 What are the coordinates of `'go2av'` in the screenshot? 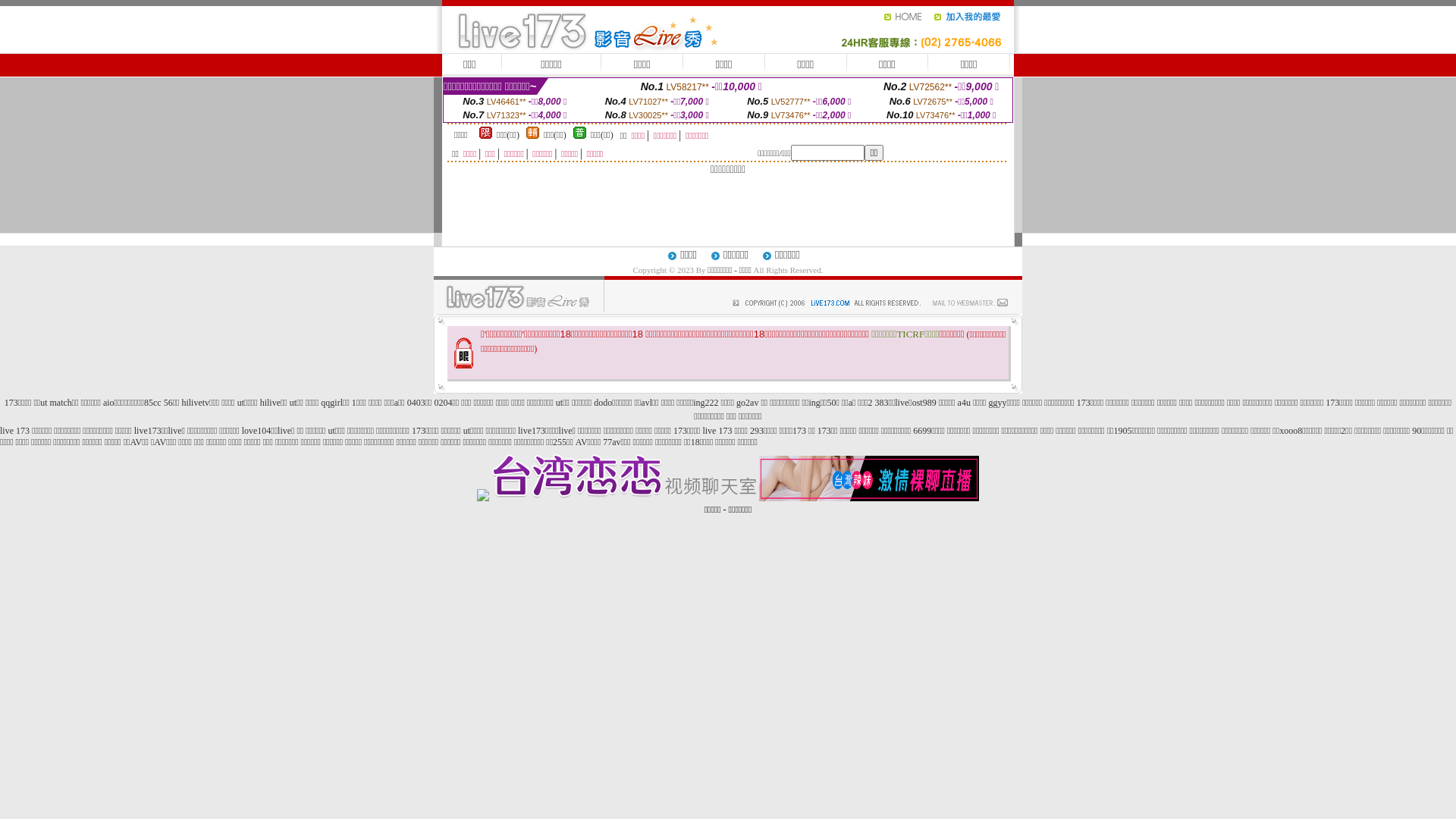 It's located at (747, 402).